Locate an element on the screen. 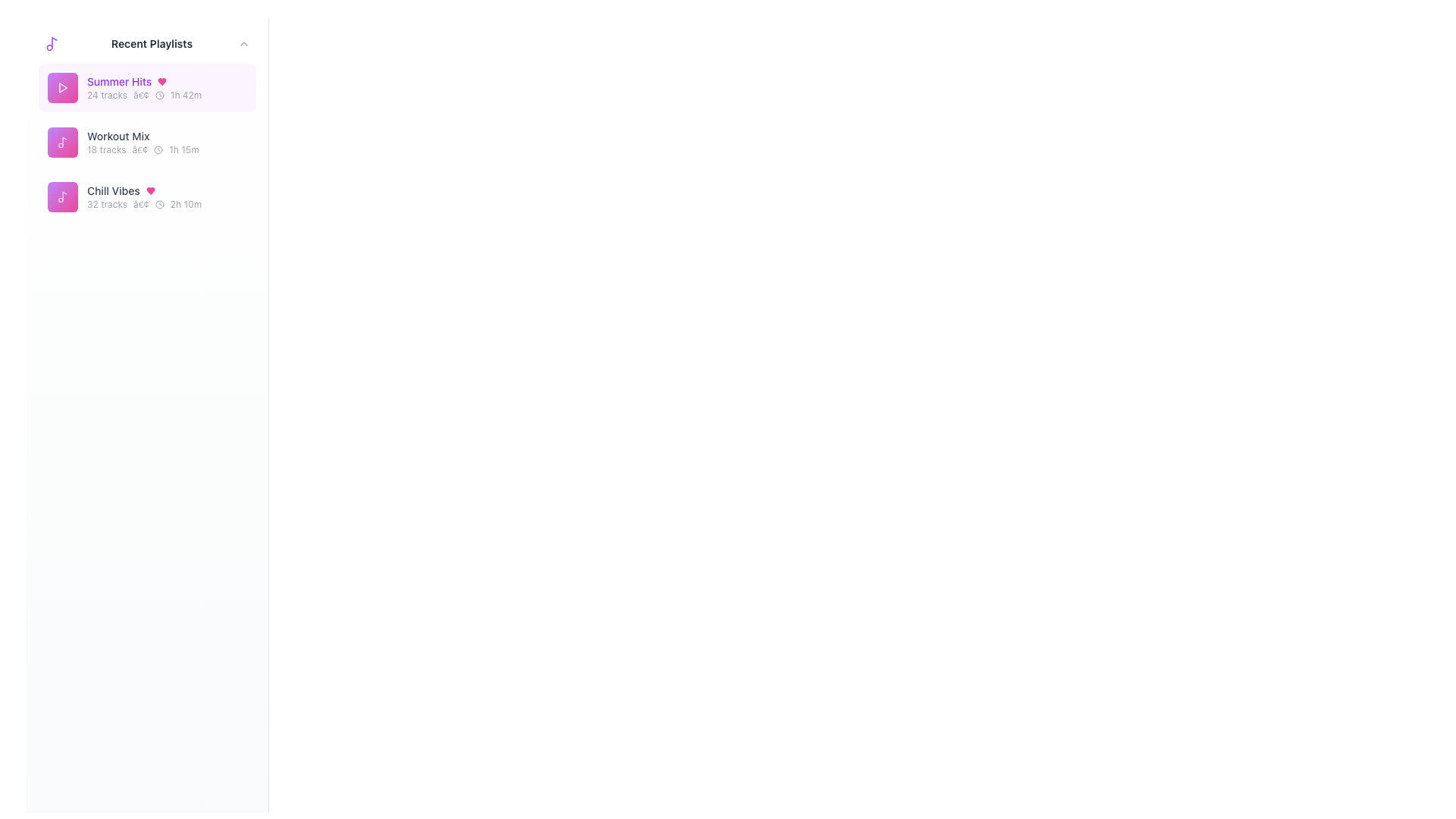 The width and height of the screenshot is (1456, 819). the play icon located within the gradient-shaded square of the 'Summer Hits' playlist, which transitions from purple to pink and is positioned centrally on the far left is located at coordinates (61, 87).